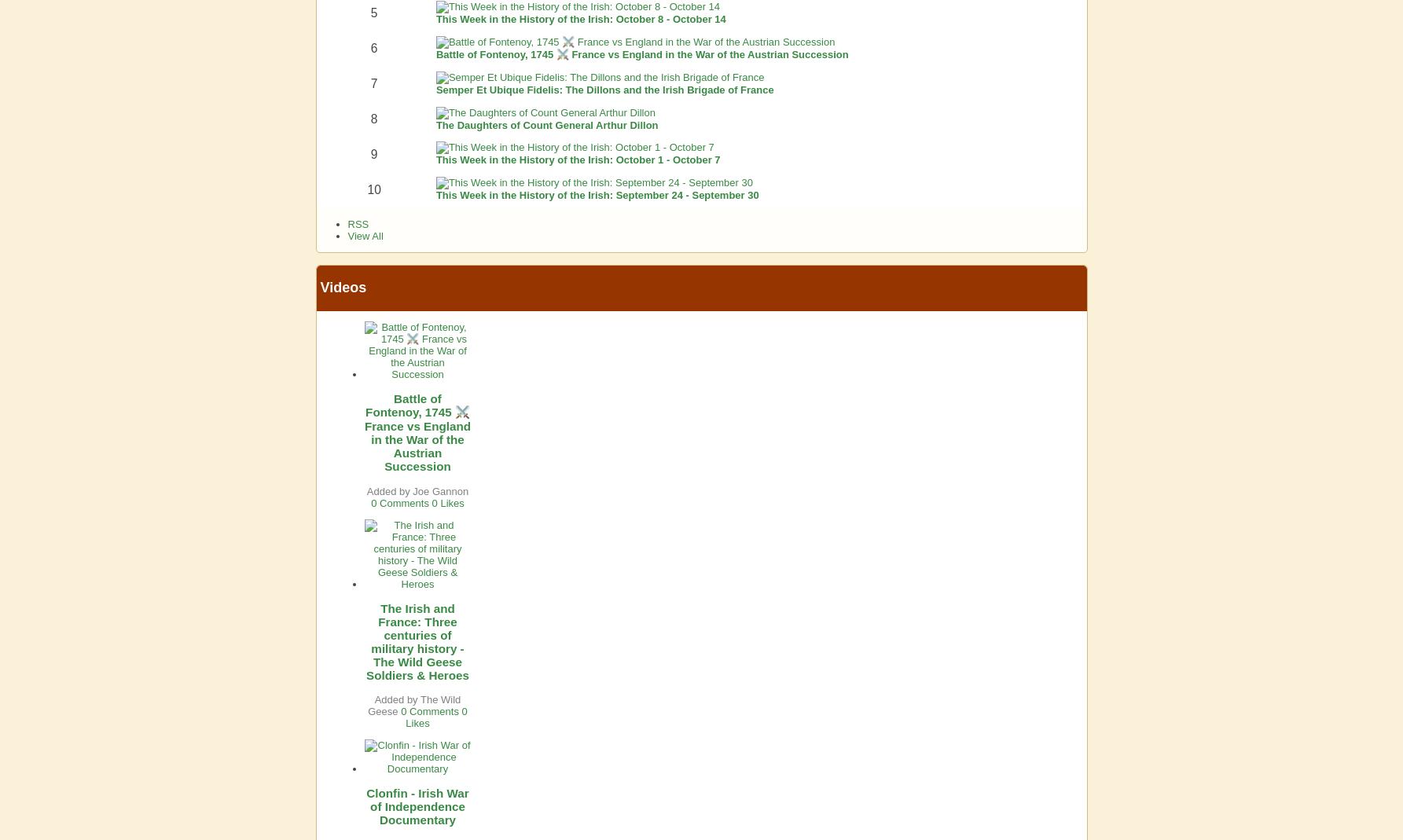  What do you see at coordinates (604, 89) in the screenshot?
I see `'Semper Et Ubique Fidelis: The Dillons and the Irish Brigade of France'` at bounding box center [604, 89].